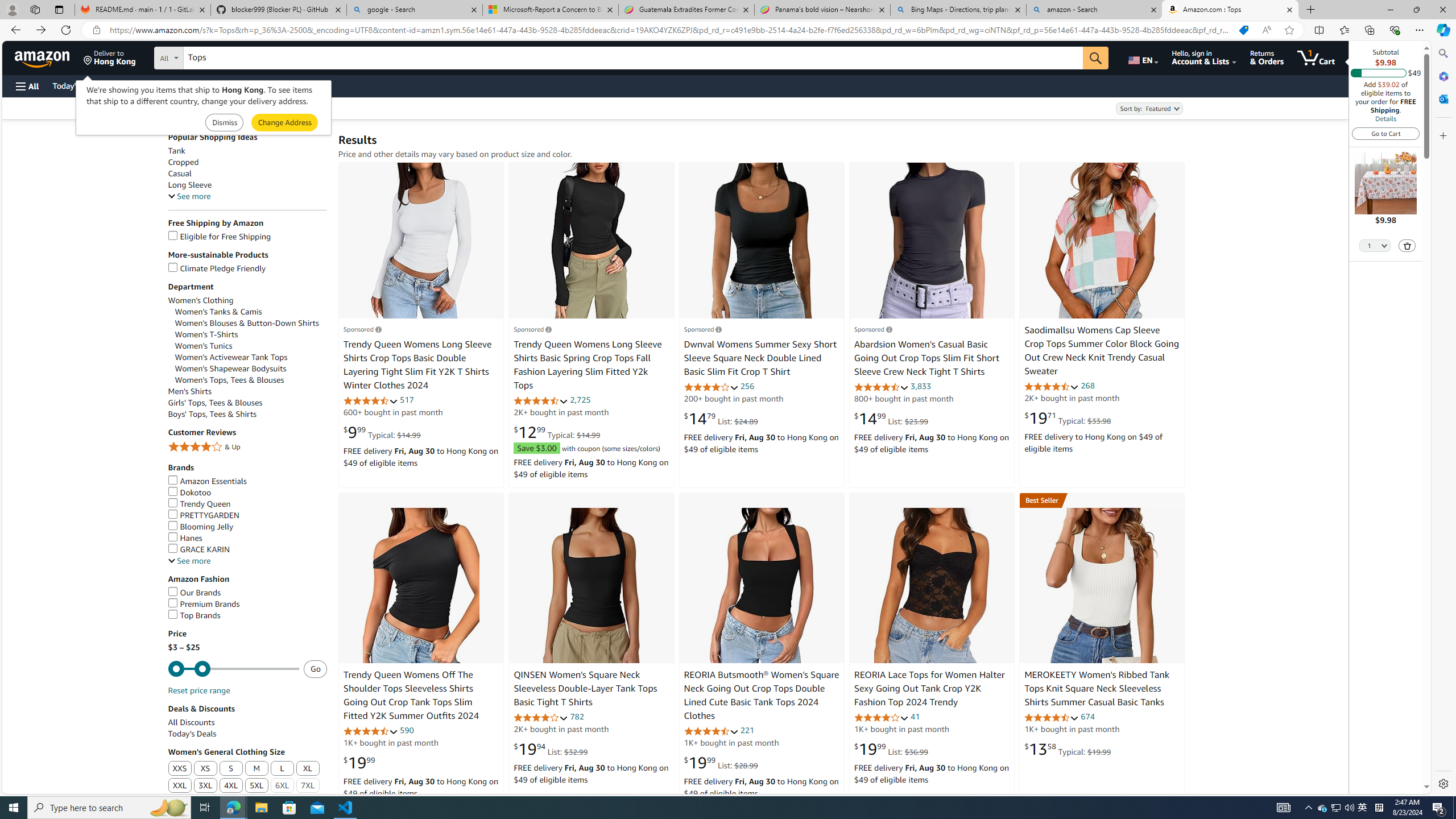  What do you see at coordinates (255, 786) in the screenshot?
I see `'5XL'` at bounding box center [255, 786].